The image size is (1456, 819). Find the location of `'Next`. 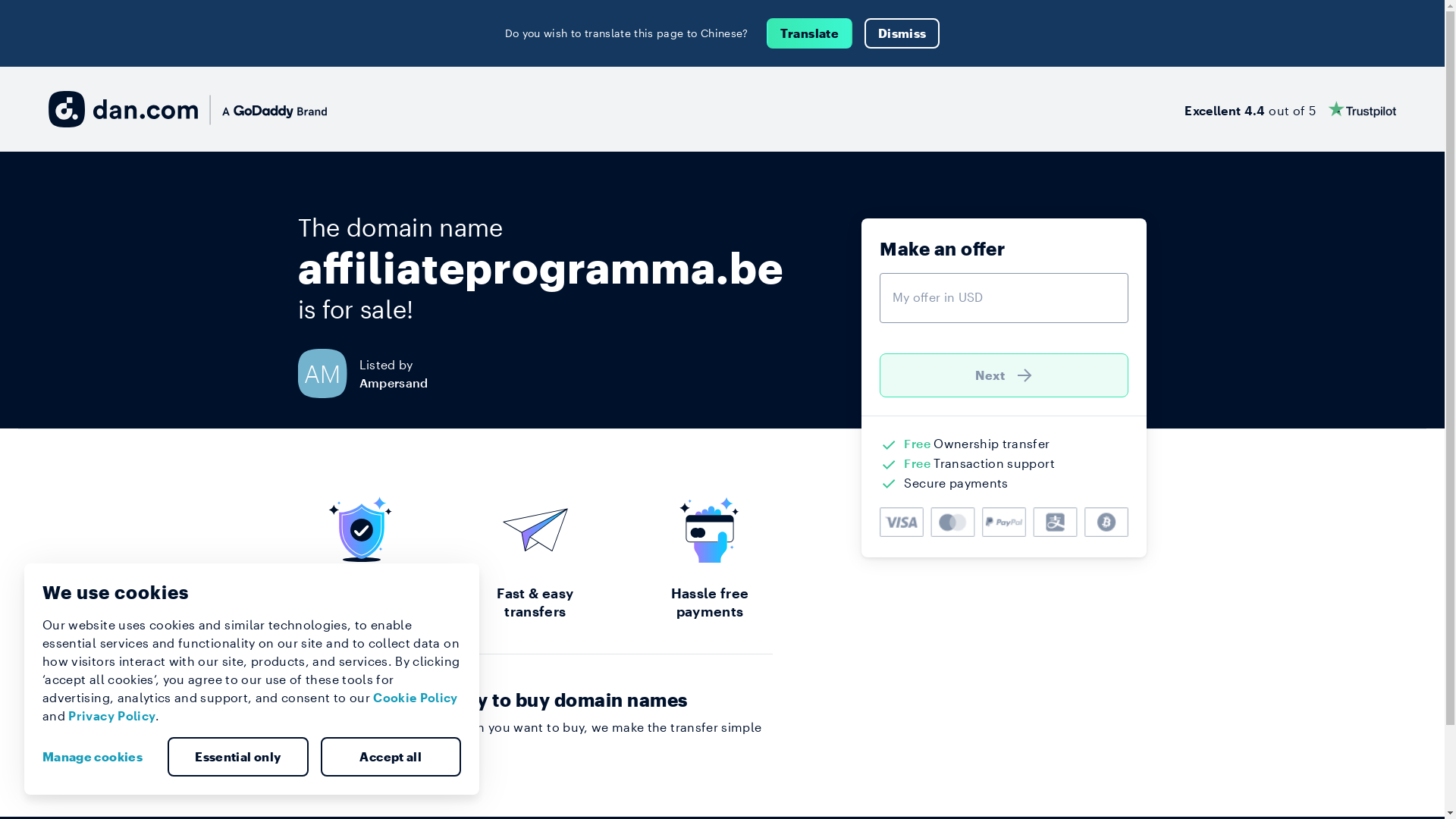

'Next is located at coordinates (1004, 375).